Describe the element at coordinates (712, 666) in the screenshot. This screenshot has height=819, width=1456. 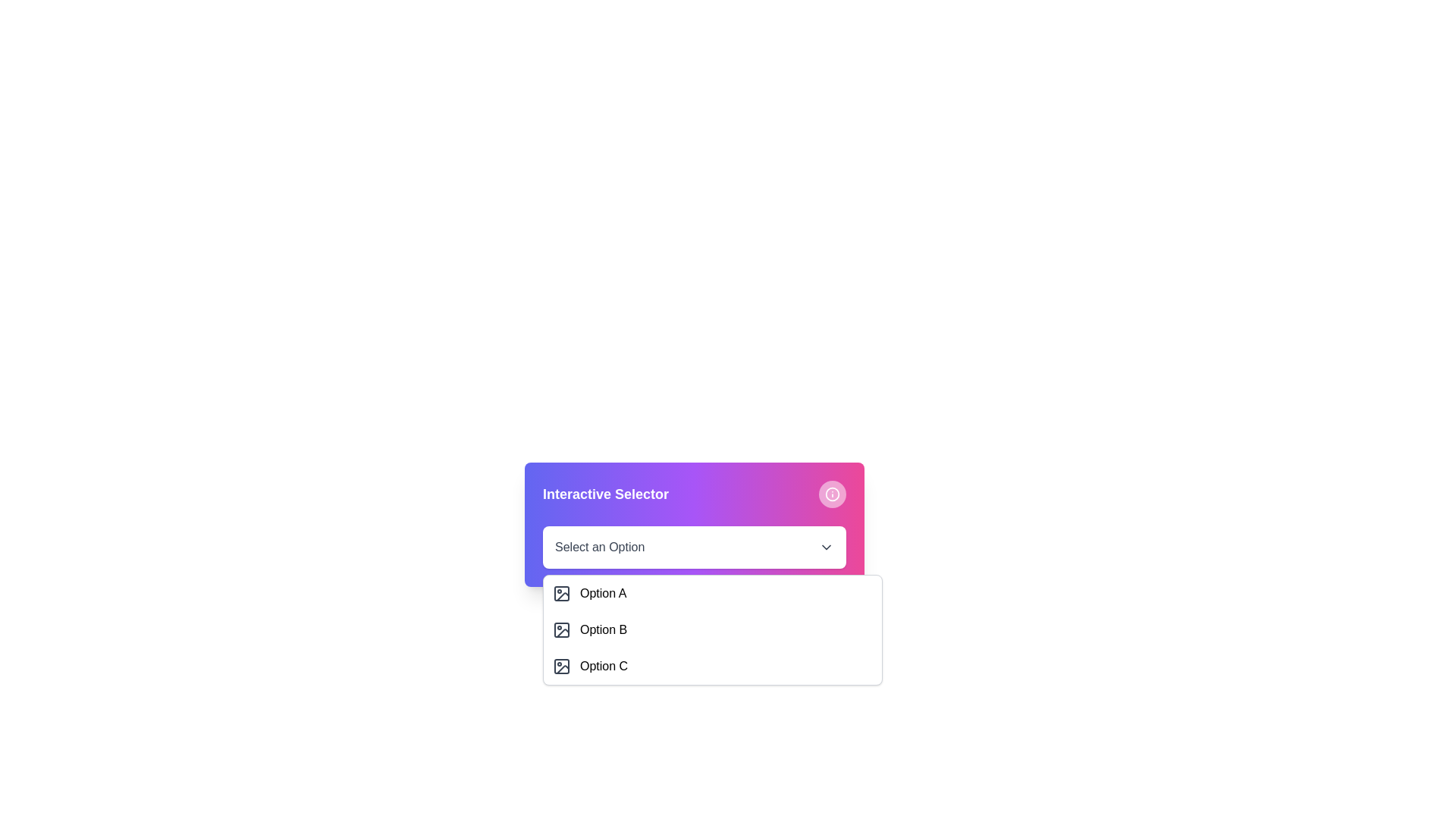
I see `the third item in the 'Interactive Selector' dropdown menu` at that location.